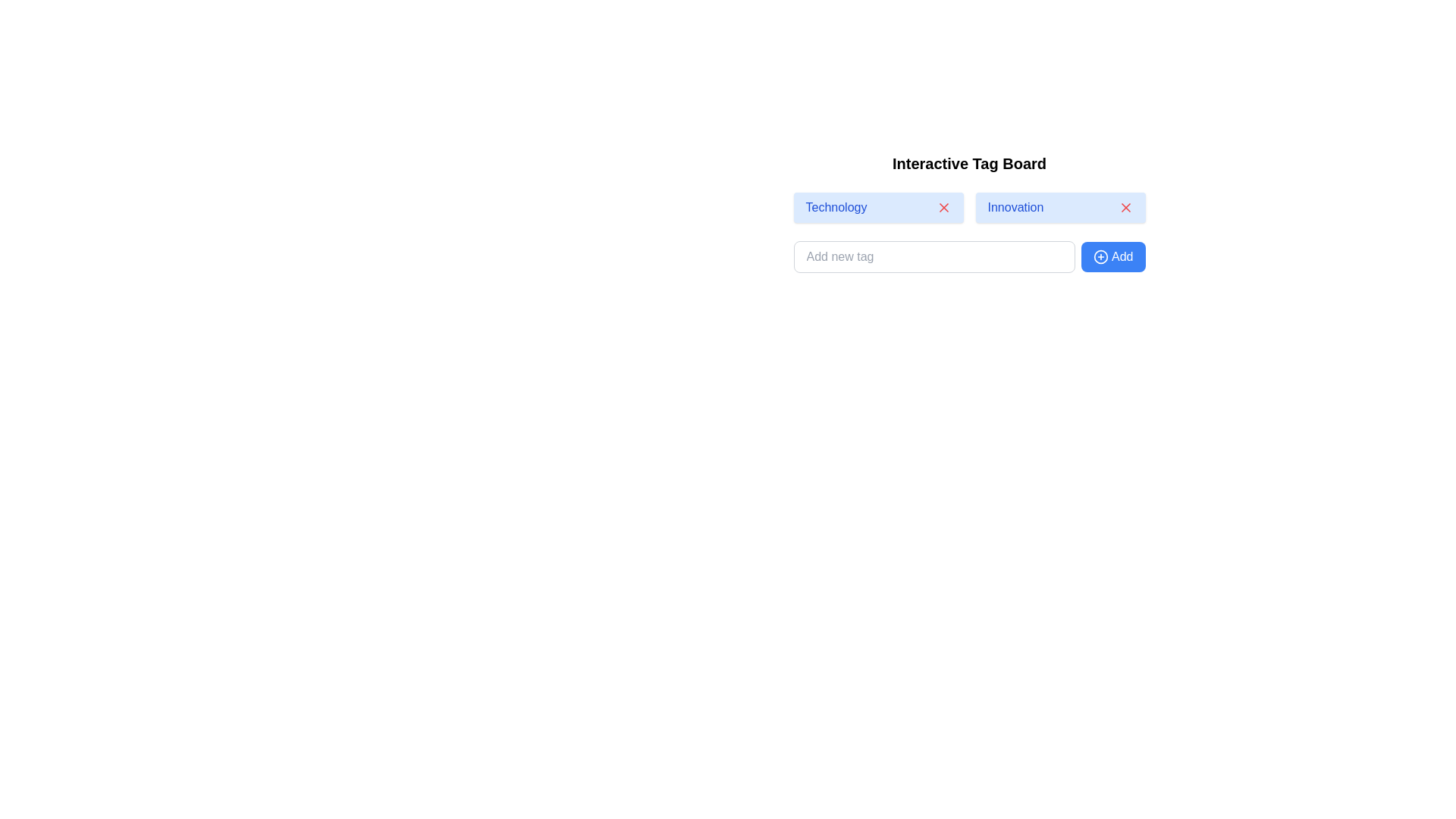  Describe the element at coordinates (943, 207) in the screenshot. I see `the close button with a red cross icon, located to the right of the 'Technology' label in the Interactive Tag Board` at that location.